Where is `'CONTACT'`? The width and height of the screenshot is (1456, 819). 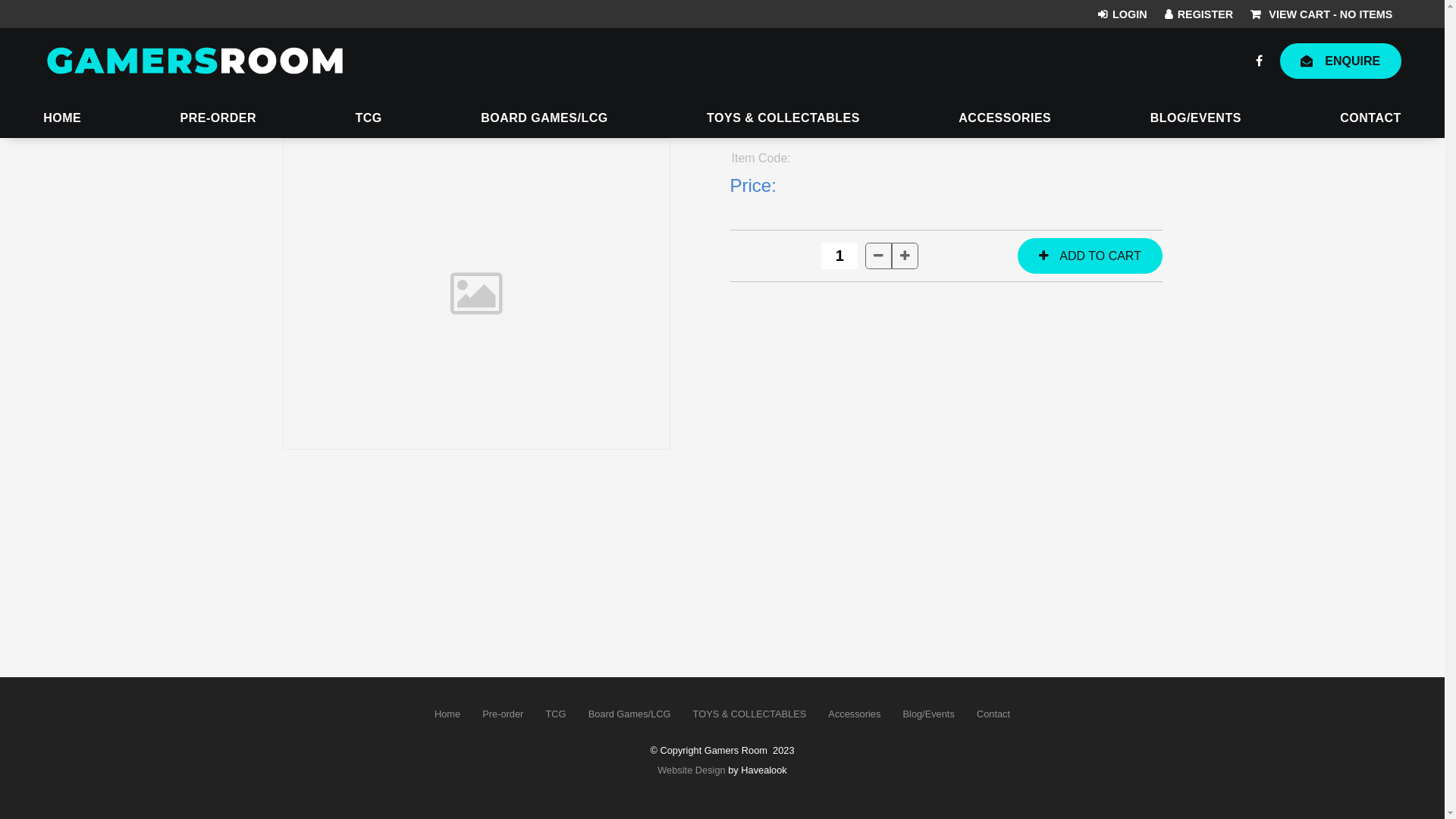
'CONTACT' is located at coordinates (1370, 118).